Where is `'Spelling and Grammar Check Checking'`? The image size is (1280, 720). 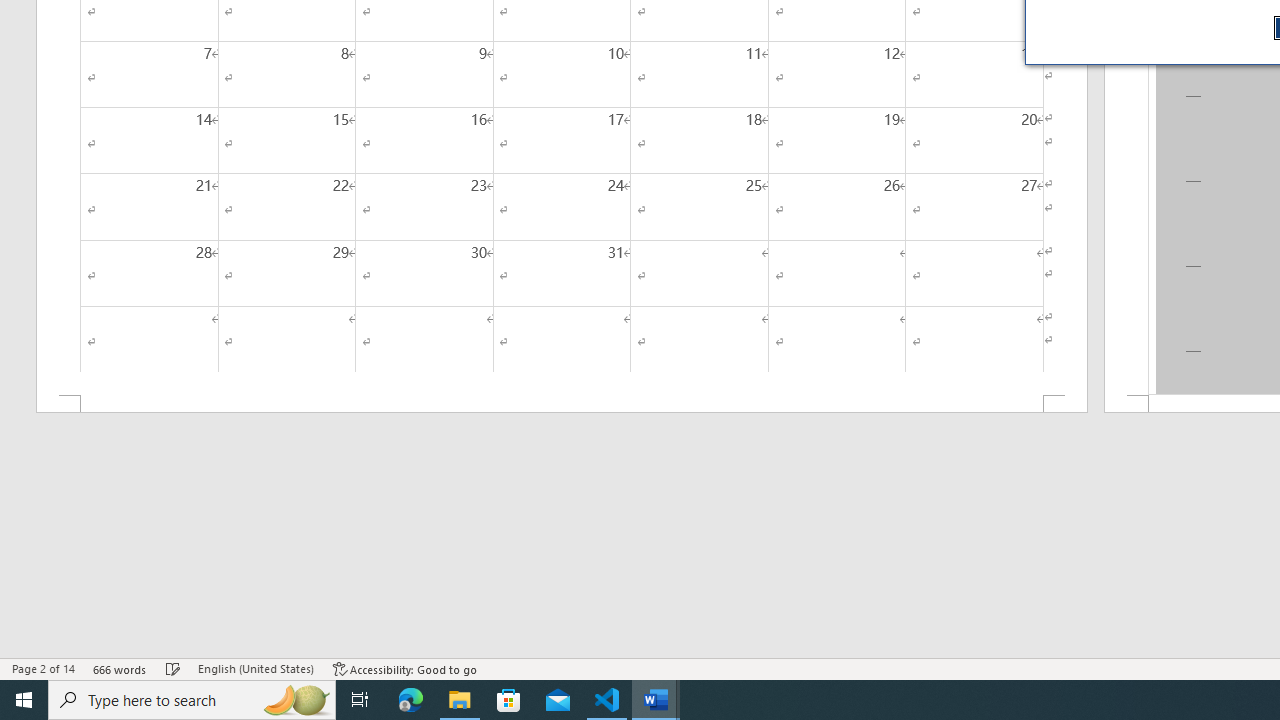
'Spelling and Grammar Check Checking' is located at coordinates (173, 669).